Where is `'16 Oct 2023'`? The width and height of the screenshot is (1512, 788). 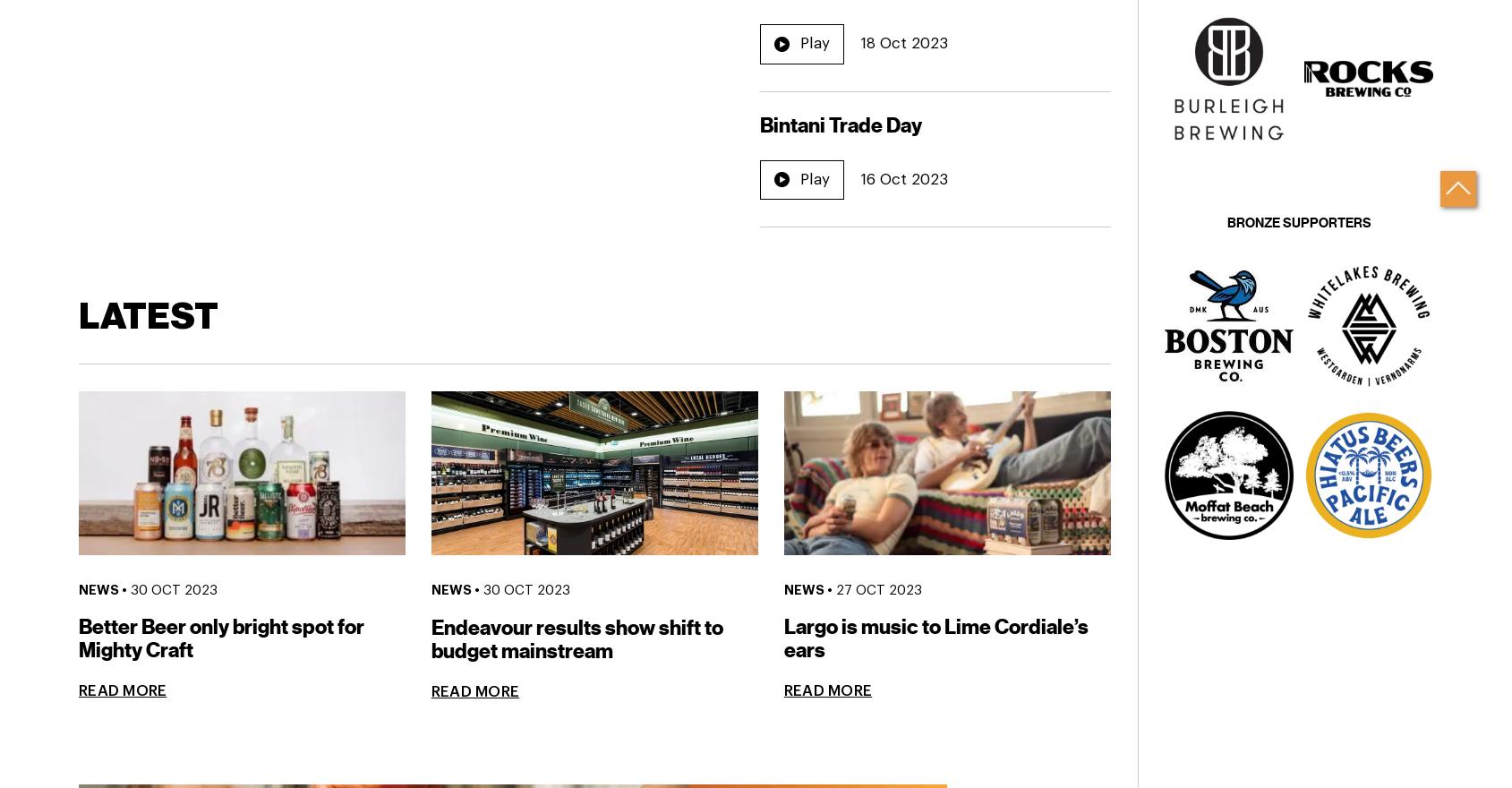 '16 Oct 2023' is located at coordinates (903, 178).